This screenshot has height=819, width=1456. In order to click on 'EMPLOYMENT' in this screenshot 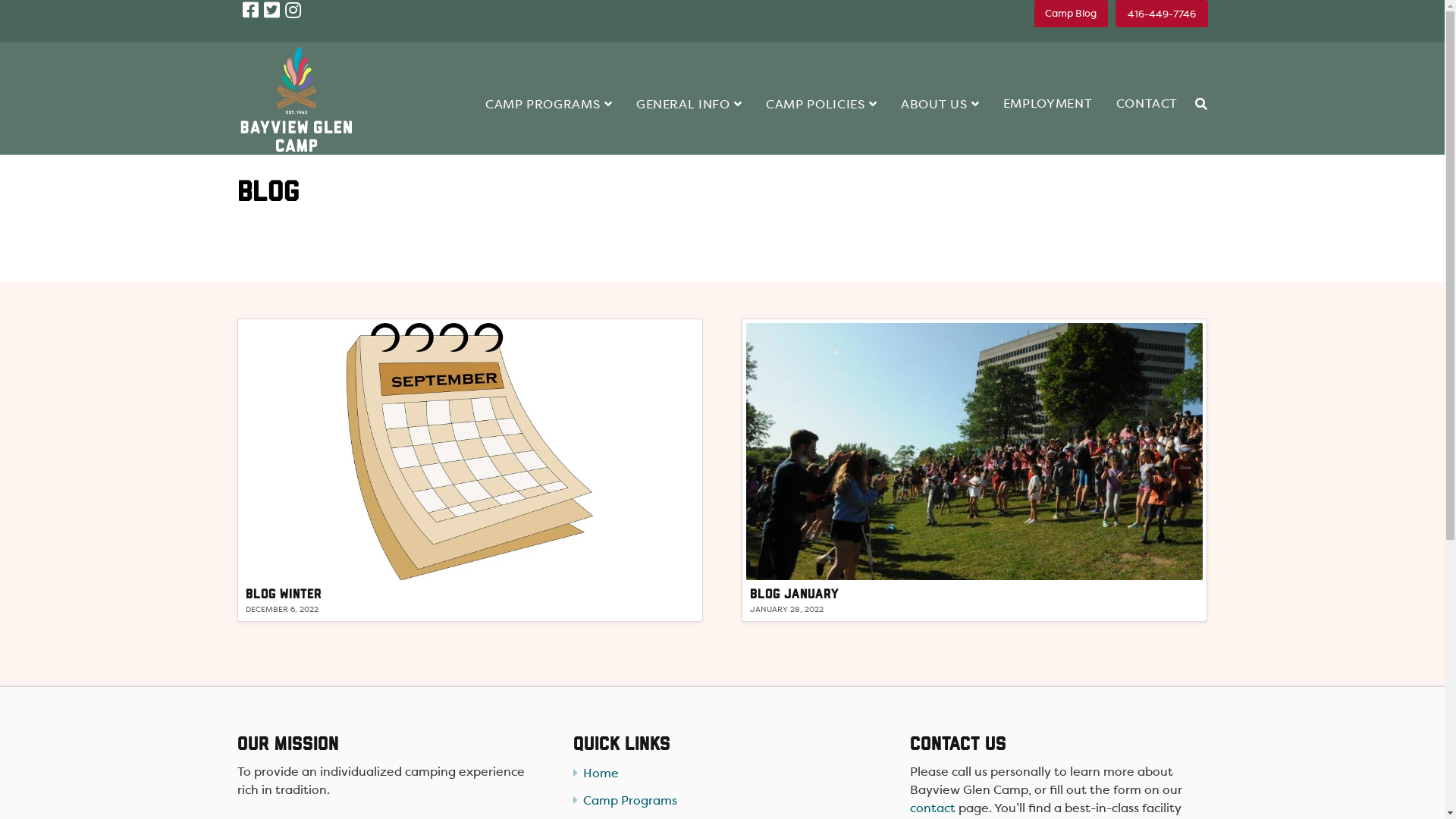, I will do `click(1046, 76)`.